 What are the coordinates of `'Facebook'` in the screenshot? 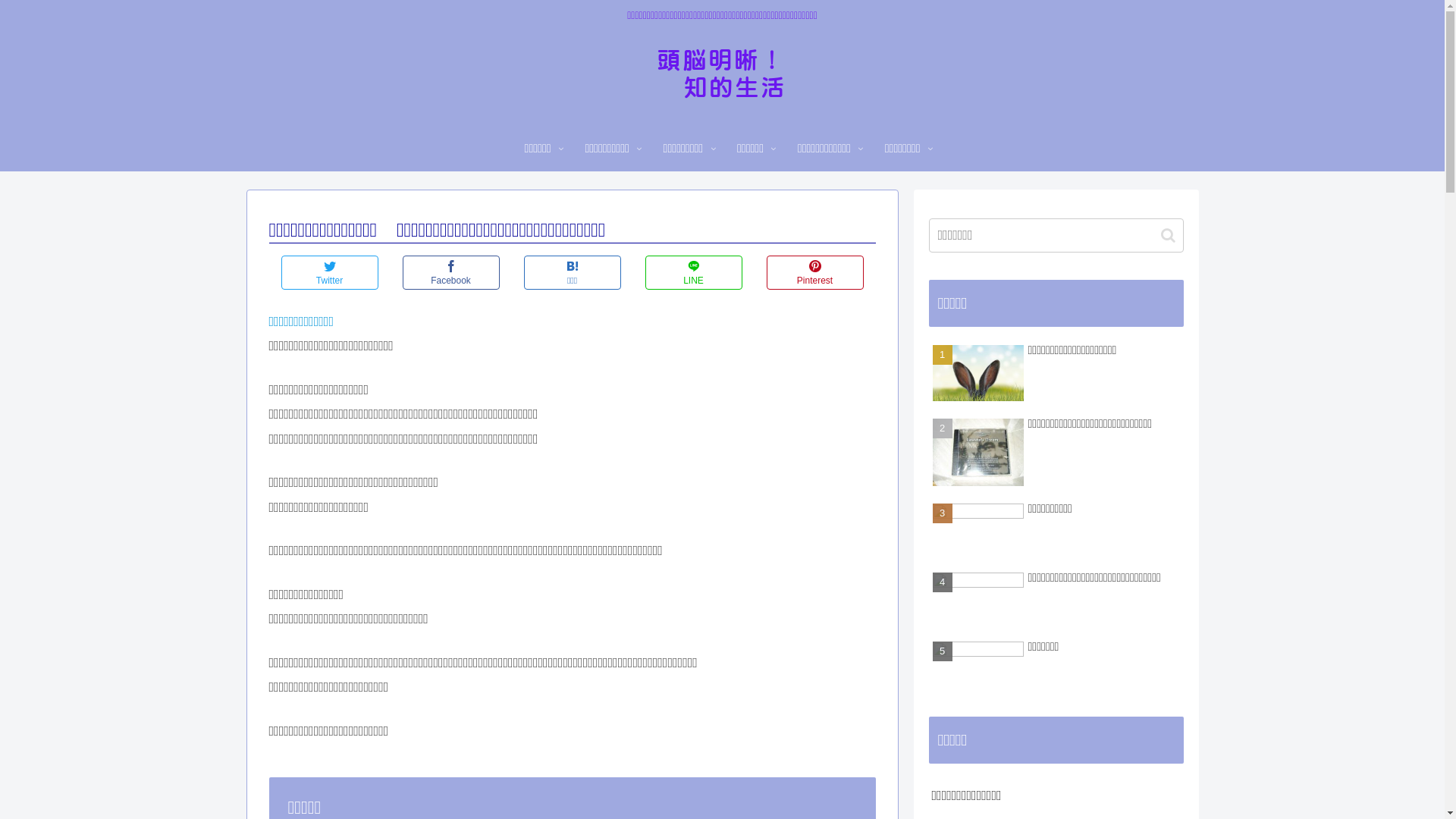 It's located at (450, 271).